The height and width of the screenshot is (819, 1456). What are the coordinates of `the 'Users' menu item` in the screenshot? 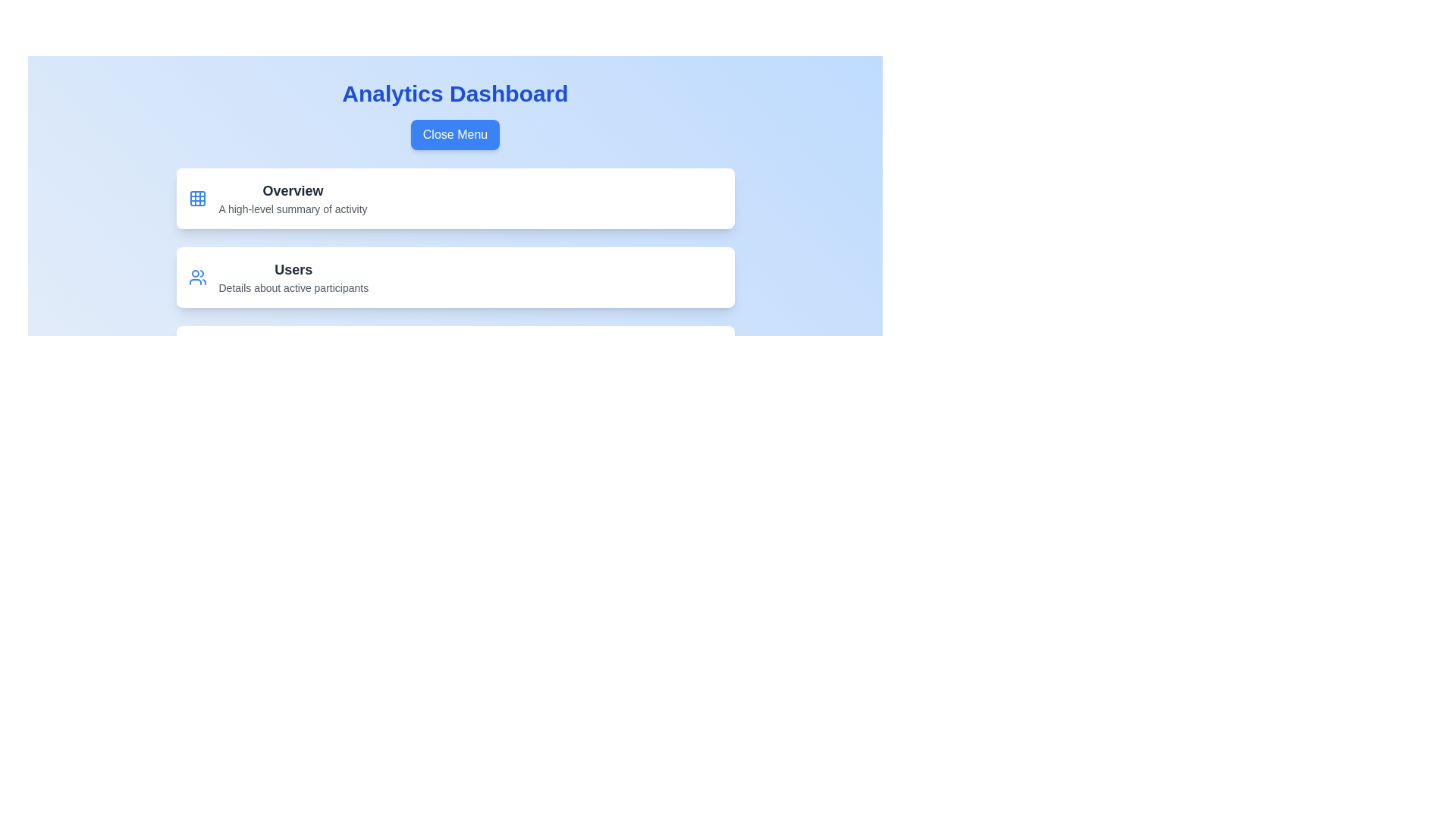 It's located at (454, 278).